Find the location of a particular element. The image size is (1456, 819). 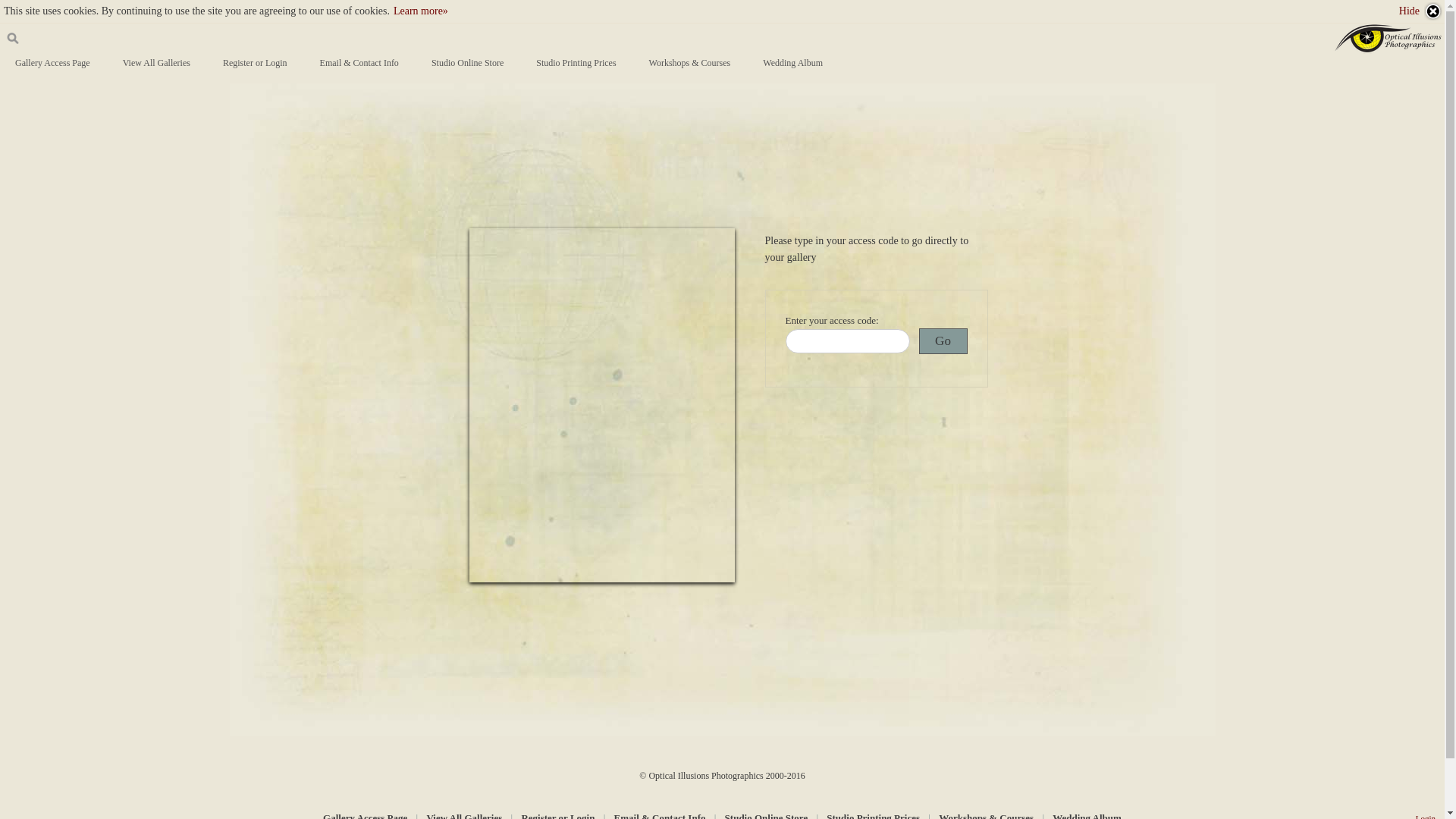

'Hide' is located at coordinates (1420, 11).